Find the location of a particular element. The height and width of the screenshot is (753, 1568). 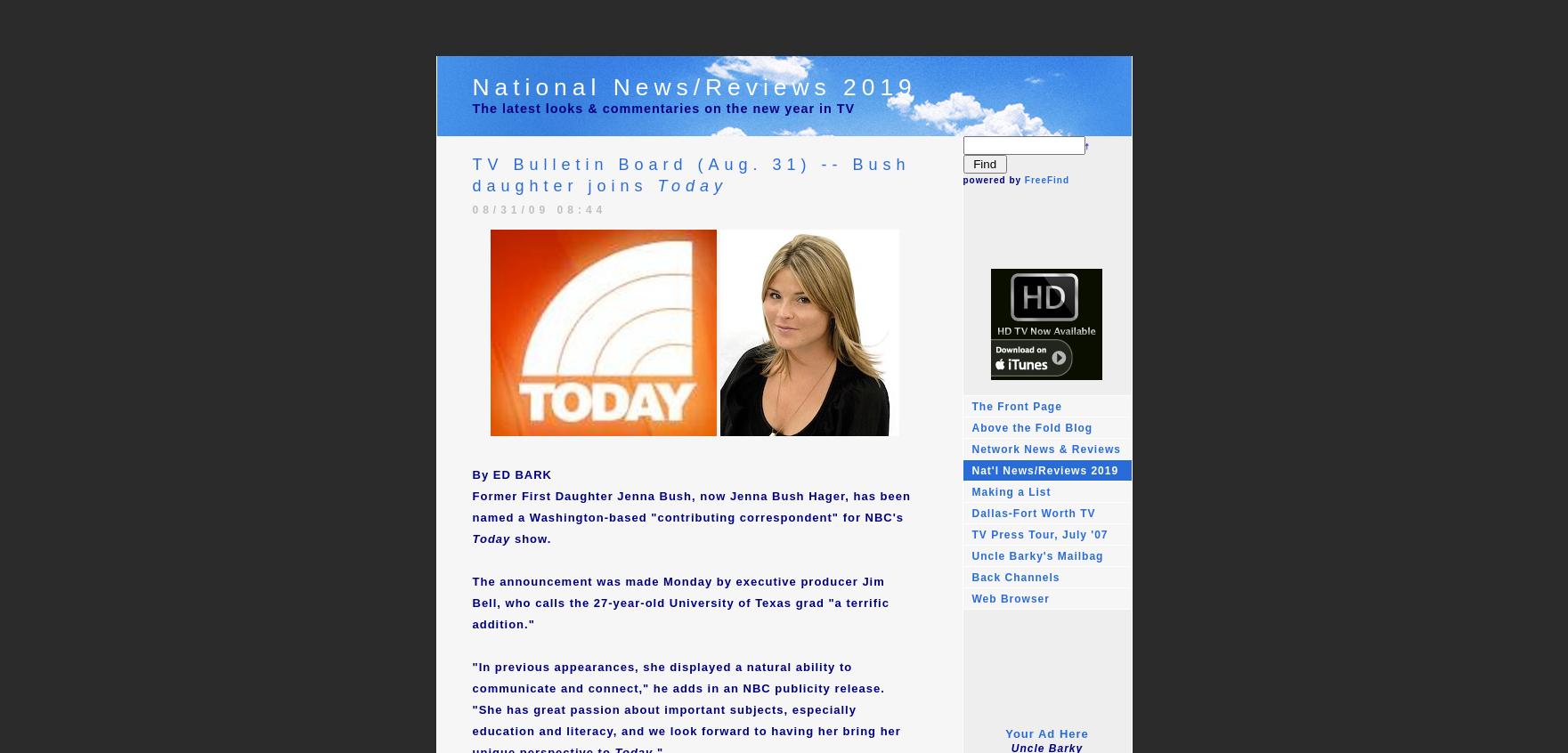

'Dallas-Fort Worth TV' is located at coordinates (1032, 512).